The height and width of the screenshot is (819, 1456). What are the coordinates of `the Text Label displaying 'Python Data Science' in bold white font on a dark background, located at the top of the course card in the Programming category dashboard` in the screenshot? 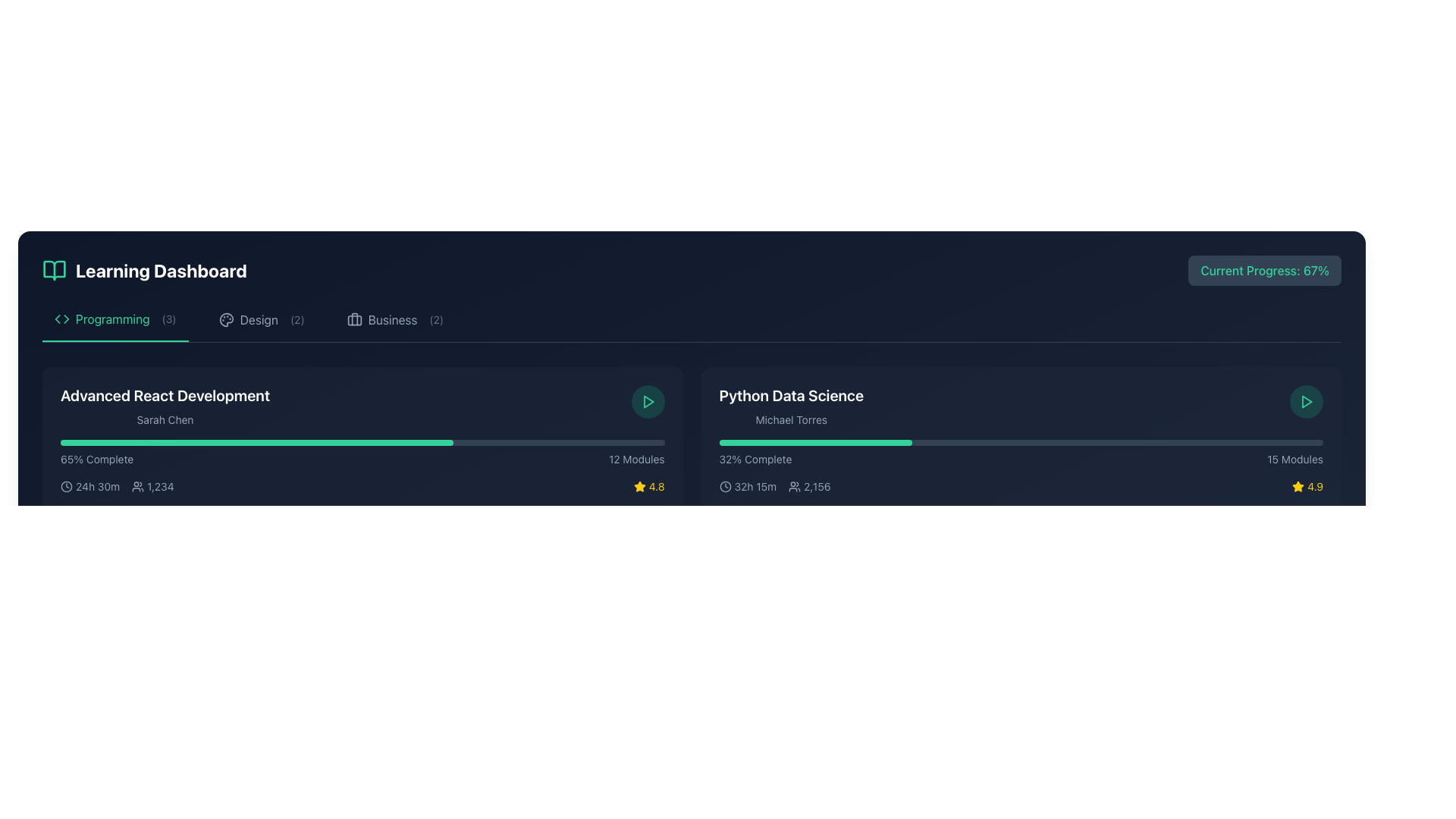 It's located at (790, 394).